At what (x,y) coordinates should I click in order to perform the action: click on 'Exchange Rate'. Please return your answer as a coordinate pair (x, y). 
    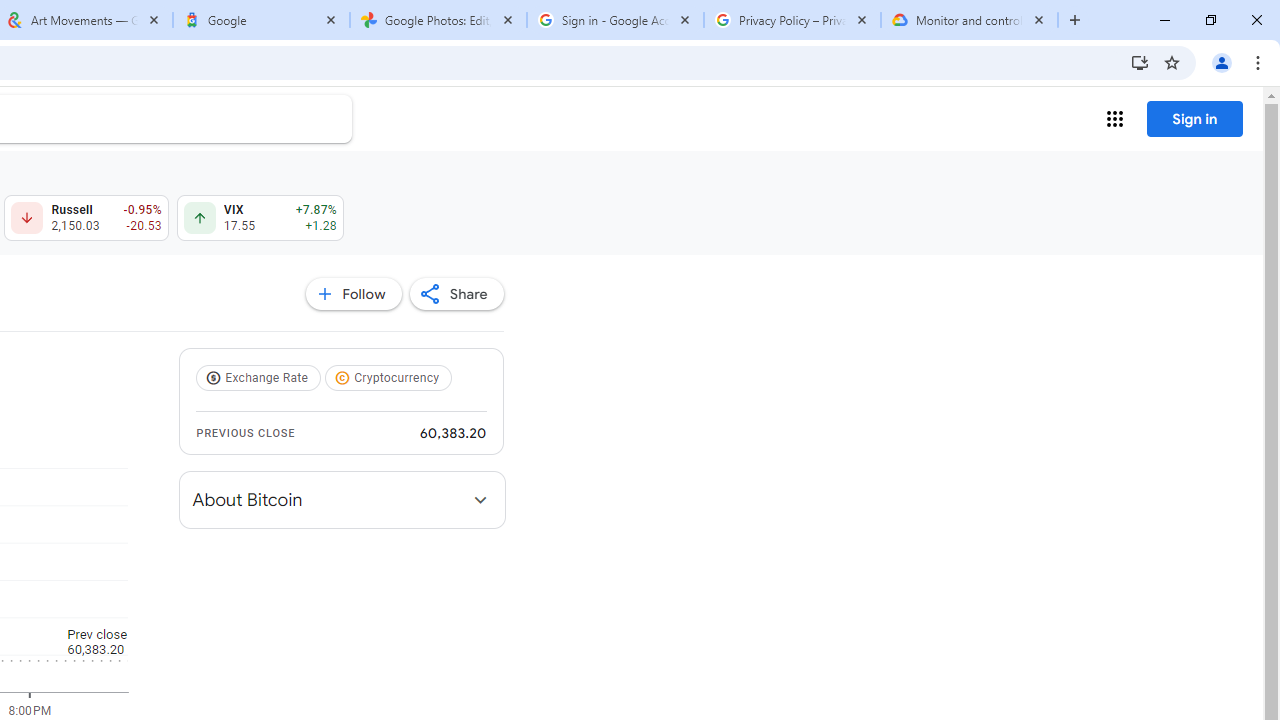
    Looking at the image, I should click on (260, 378).